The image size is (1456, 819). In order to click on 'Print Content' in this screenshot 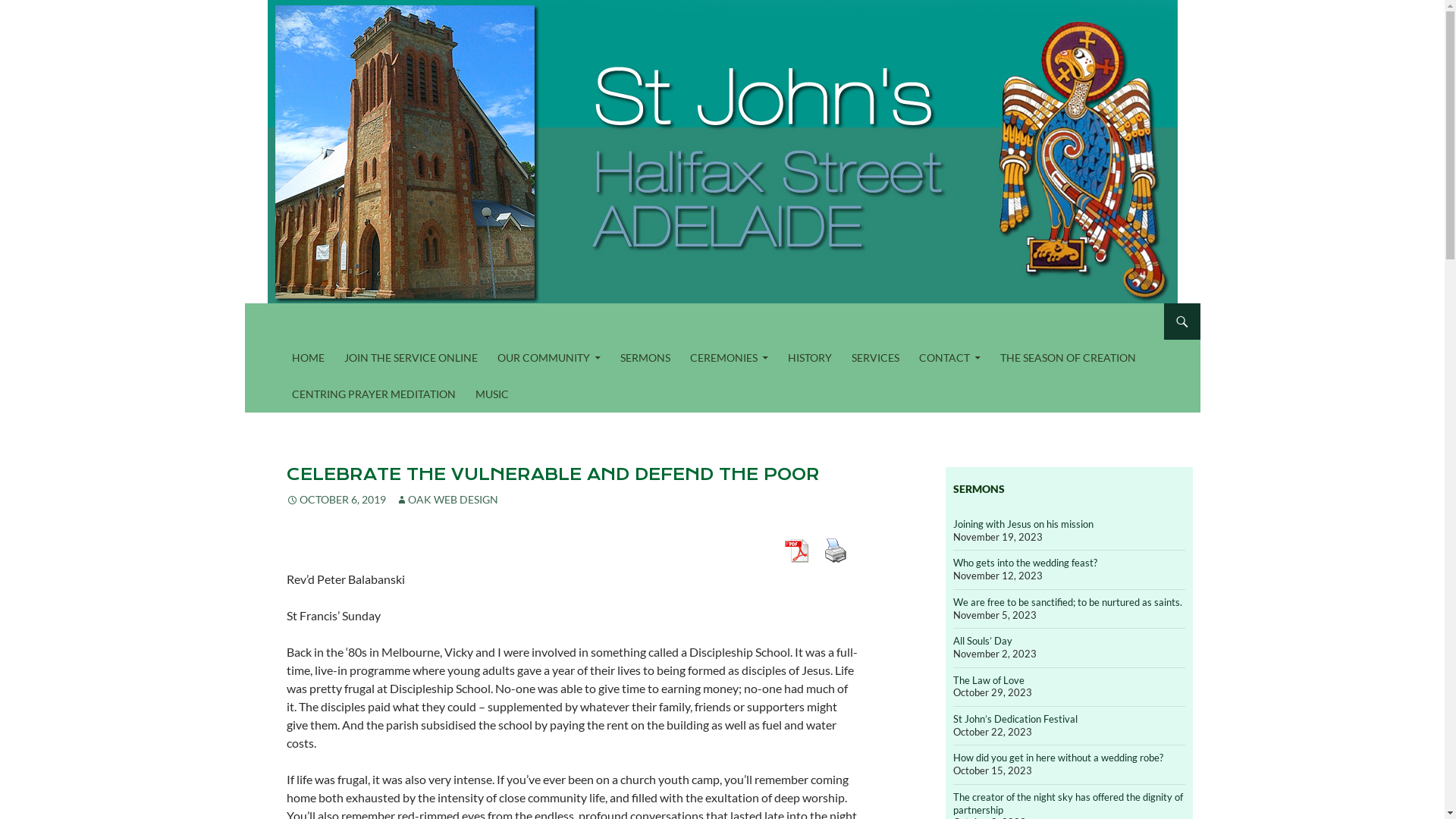, I will do `click(818, 550)`.